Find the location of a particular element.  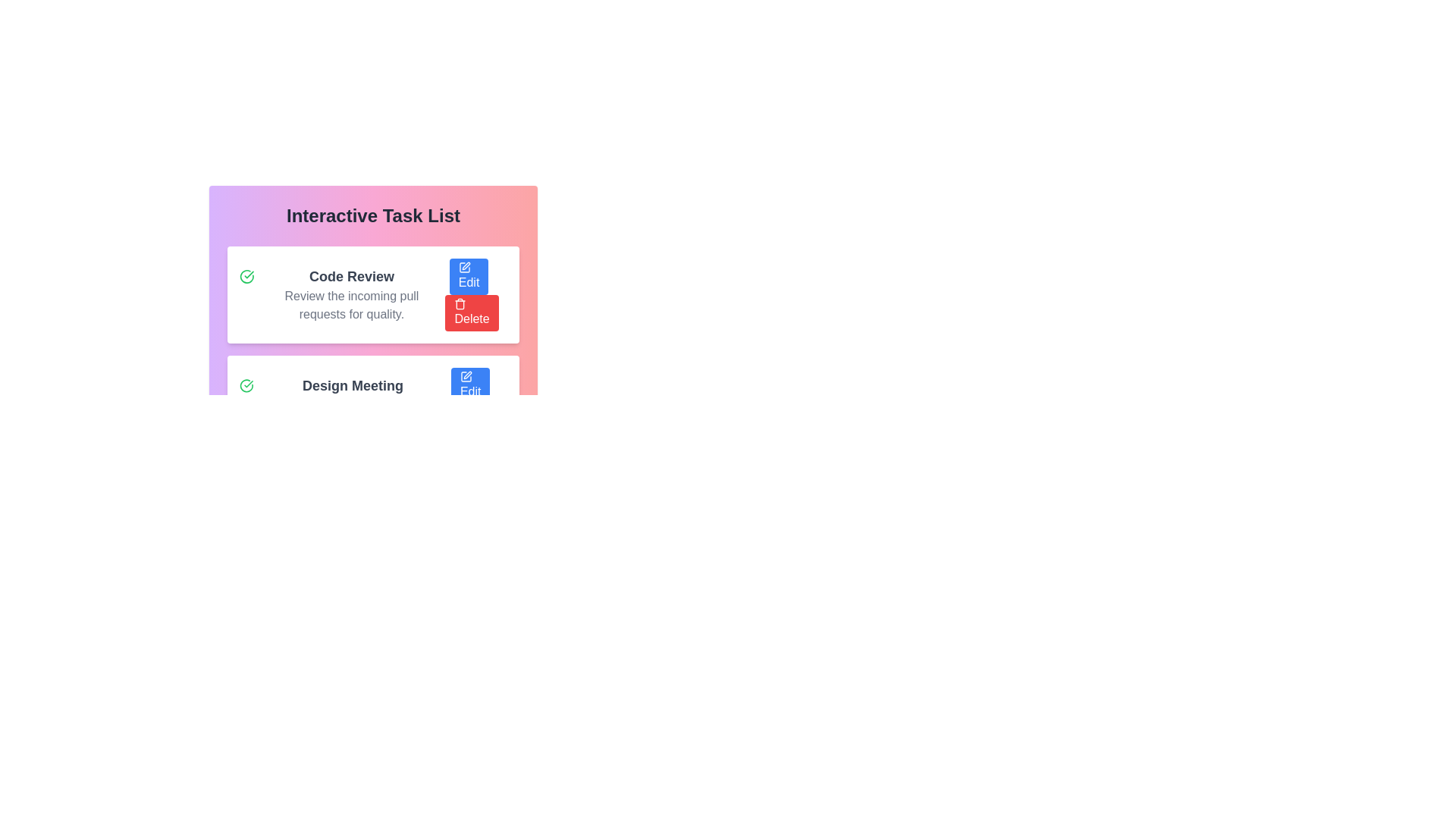

the 'Edit' button for the task titled 'Code Review' is located at coordinates (468, 277).